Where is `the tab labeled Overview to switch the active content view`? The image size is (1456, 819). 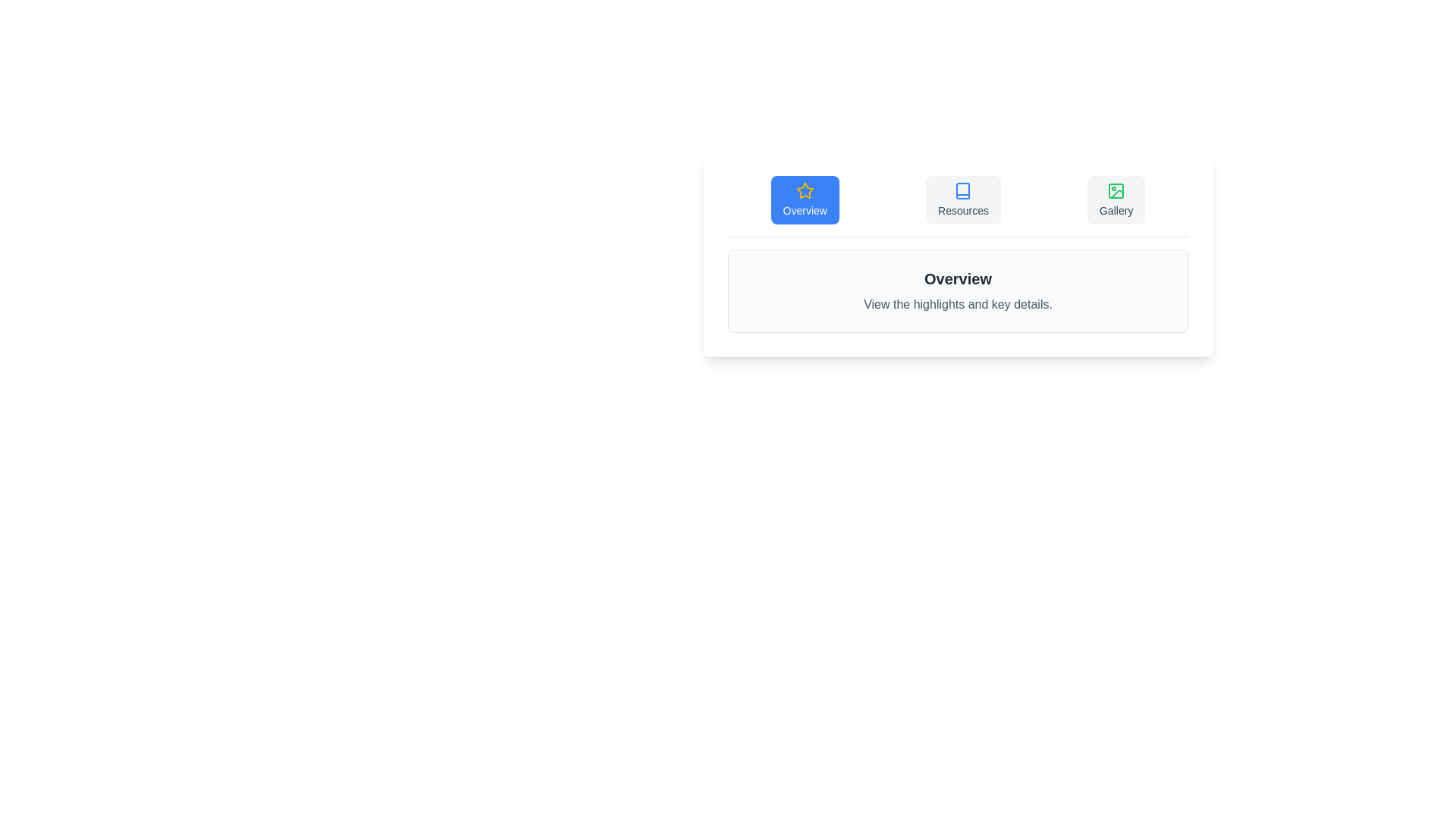 the tab labeled Overview to switch the active content view is located at coordinates (804, 199).